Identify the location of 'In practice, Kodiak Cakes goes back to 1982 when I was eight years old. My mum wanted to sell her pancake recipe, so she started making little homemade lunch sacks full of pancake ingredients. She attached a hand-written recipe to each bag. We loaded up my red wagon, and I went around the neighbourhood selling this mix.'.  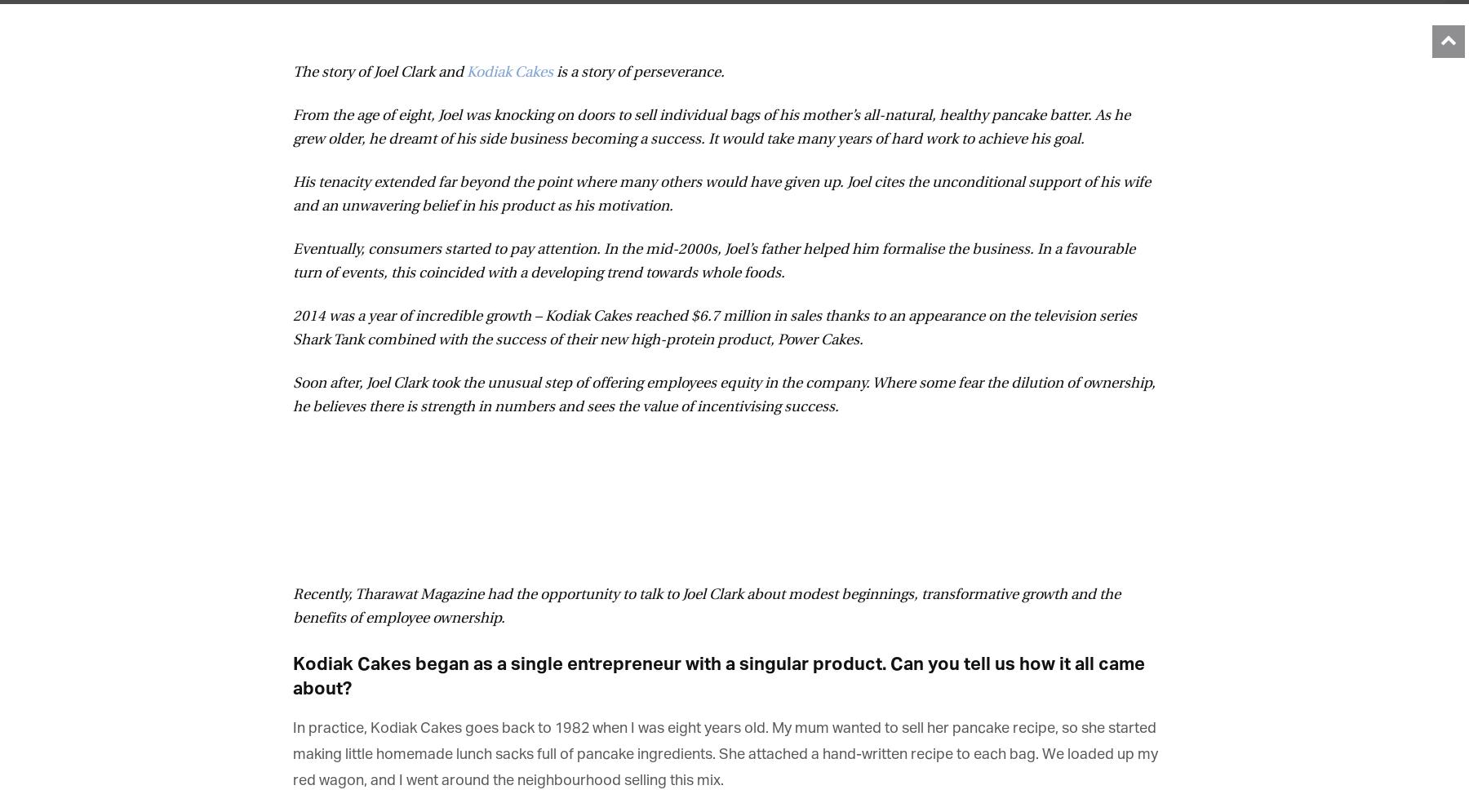
(724, 754).